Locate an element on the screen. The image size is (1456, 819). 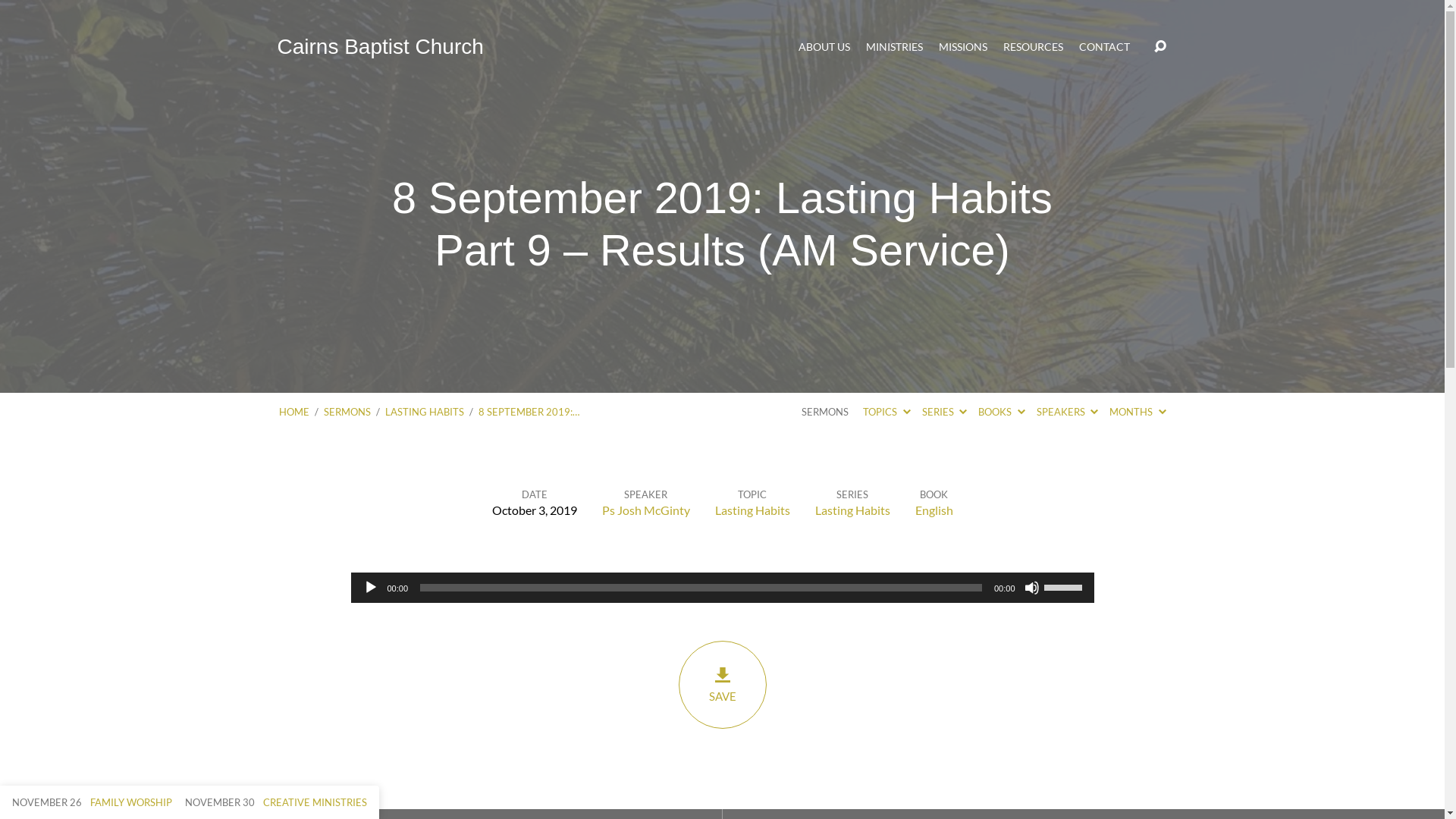
'Ps Josh McGinty' is located at coordinates (601, 510).